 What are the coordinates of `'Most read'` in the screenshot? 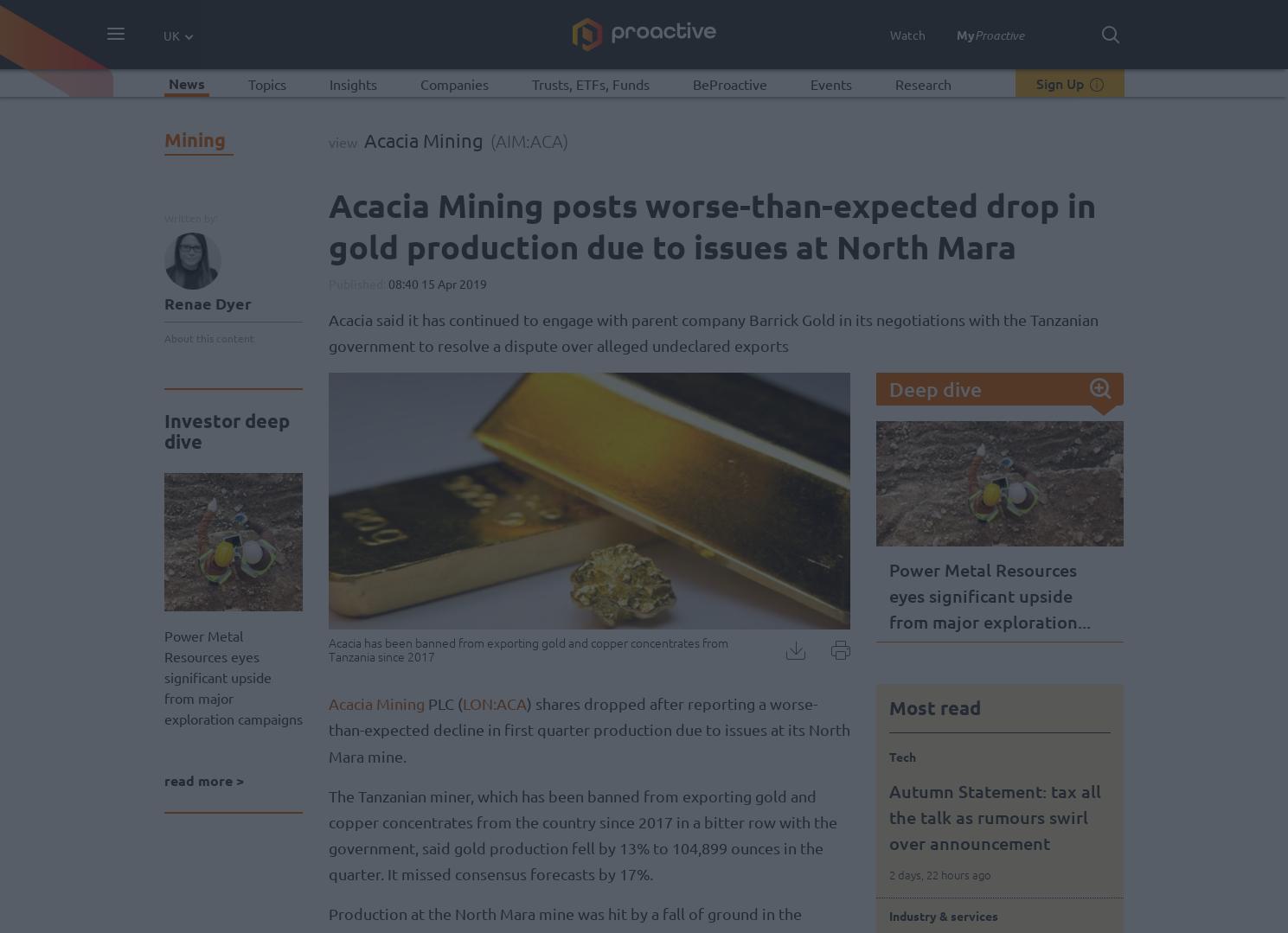 It's located at (933, 706).